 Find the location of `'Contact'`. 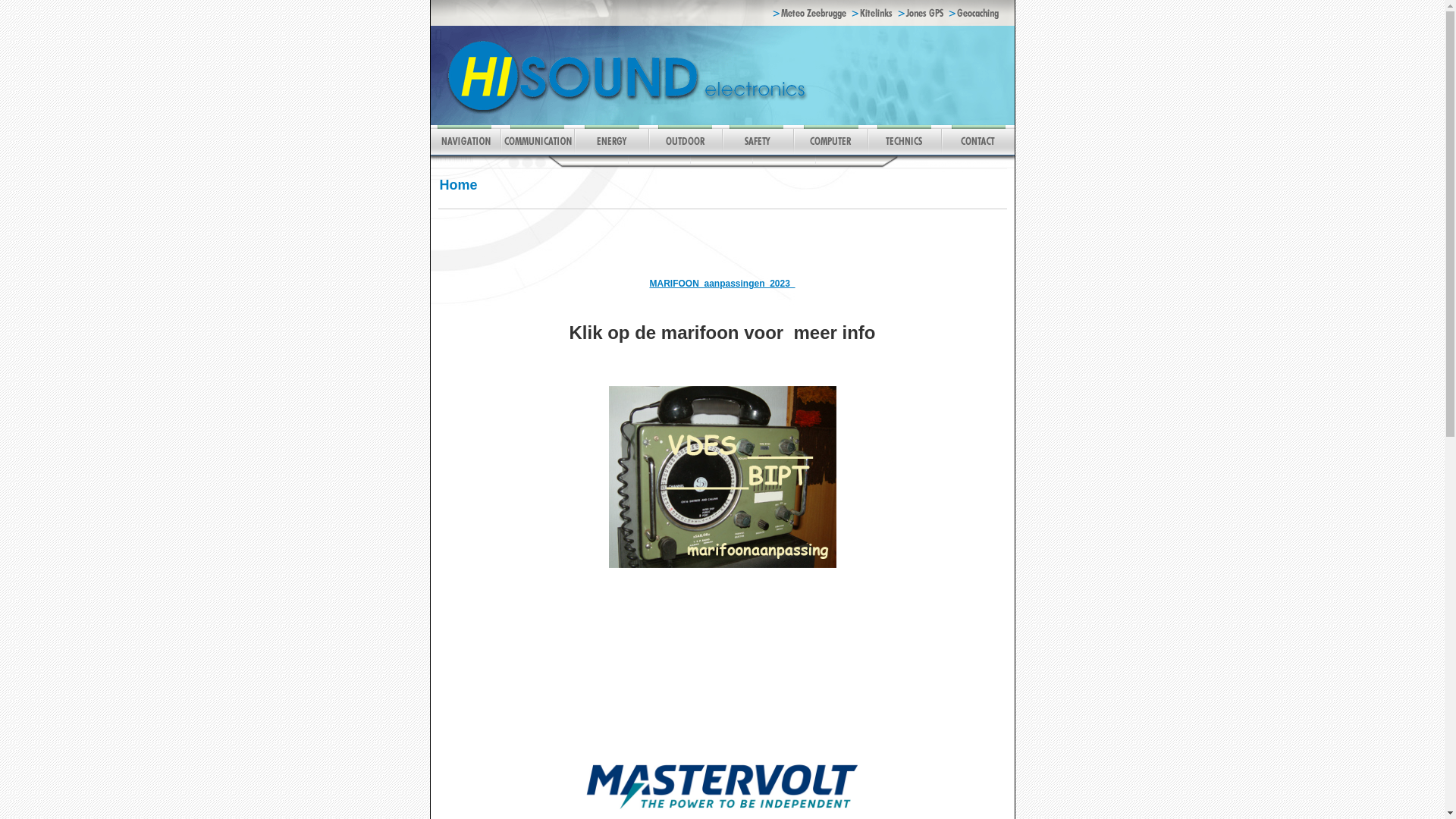

'Contact' is located at coordinates (977, 152).